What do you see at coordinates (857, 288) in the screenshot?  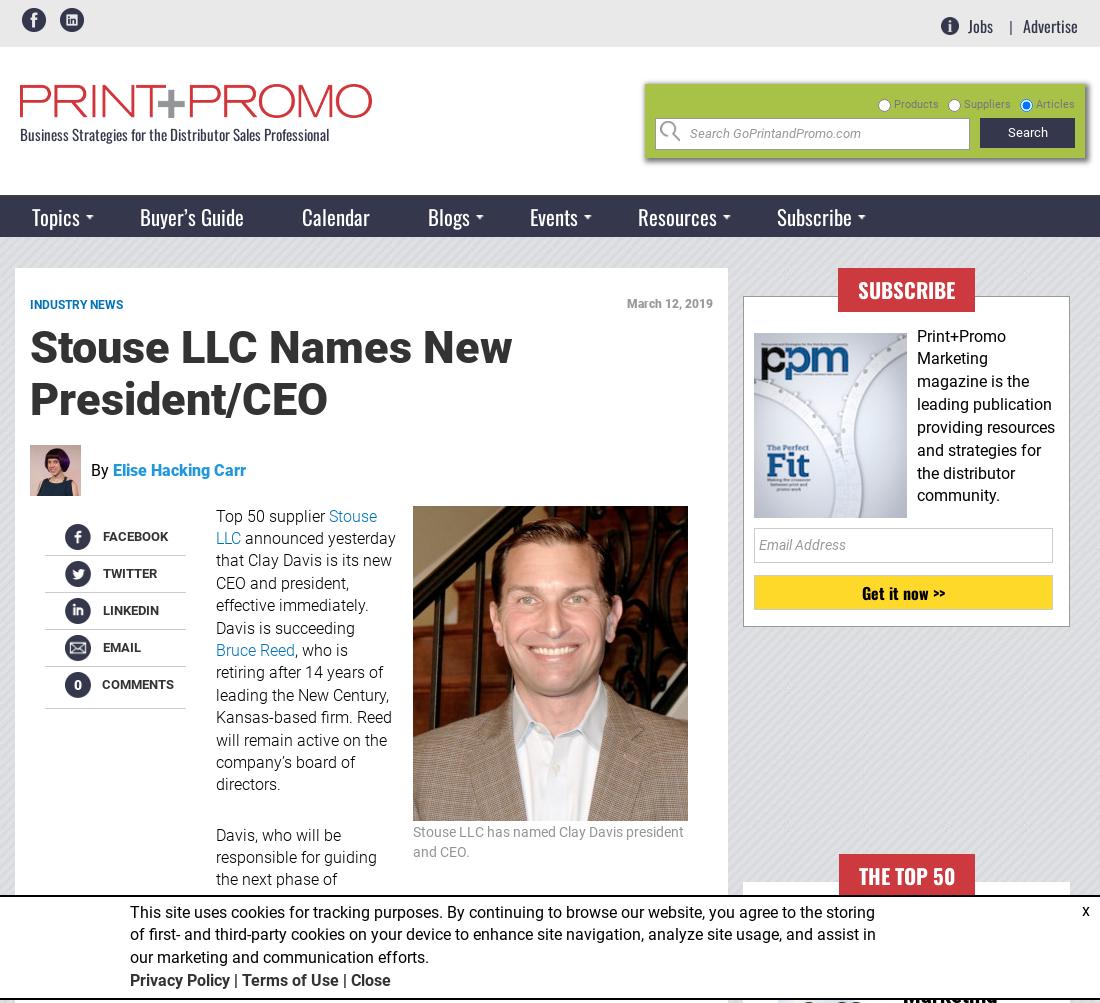 I see `'Subscribe'` at bounding box center [857, 288].